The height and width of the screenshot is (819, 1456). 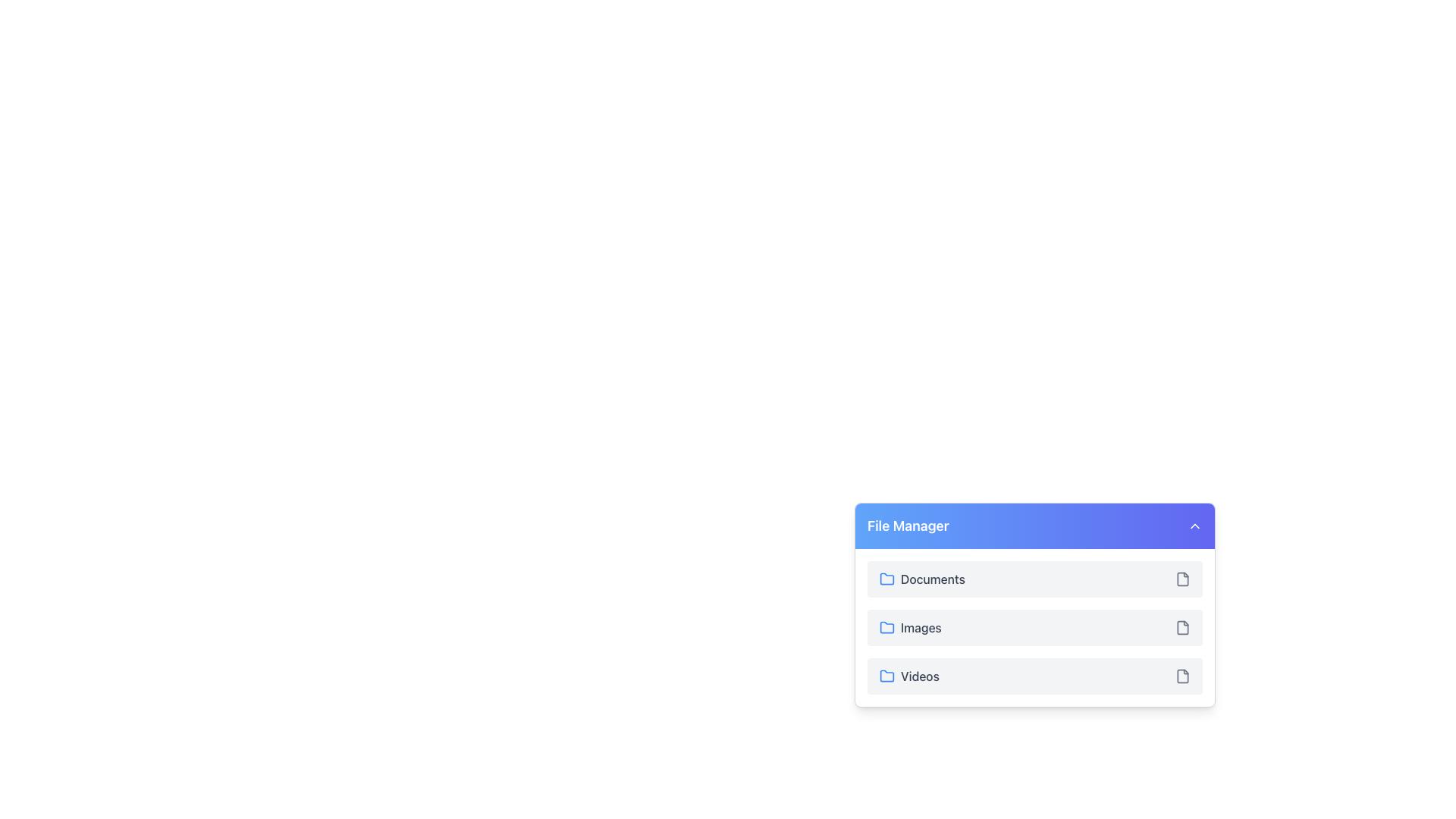 What do you see at coordinates (887, 626) in the screenshot?
I see `the Images folder icon in the File Manager interface` at bounding box center [887, 626].